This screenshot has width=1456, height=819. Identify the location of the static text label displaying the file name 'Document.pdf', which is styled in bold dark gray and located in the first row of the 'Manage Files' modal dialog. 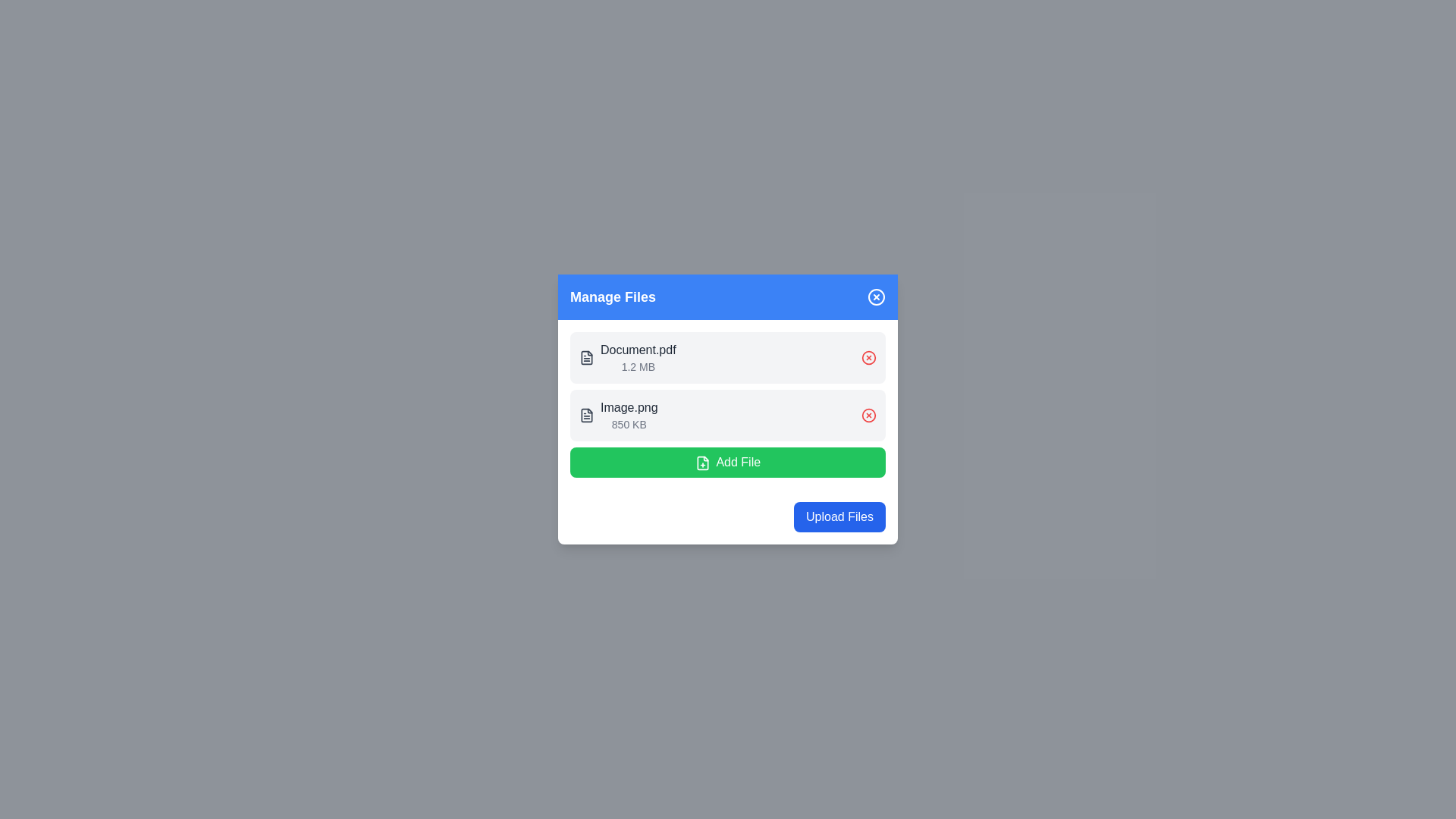
(638, 350).